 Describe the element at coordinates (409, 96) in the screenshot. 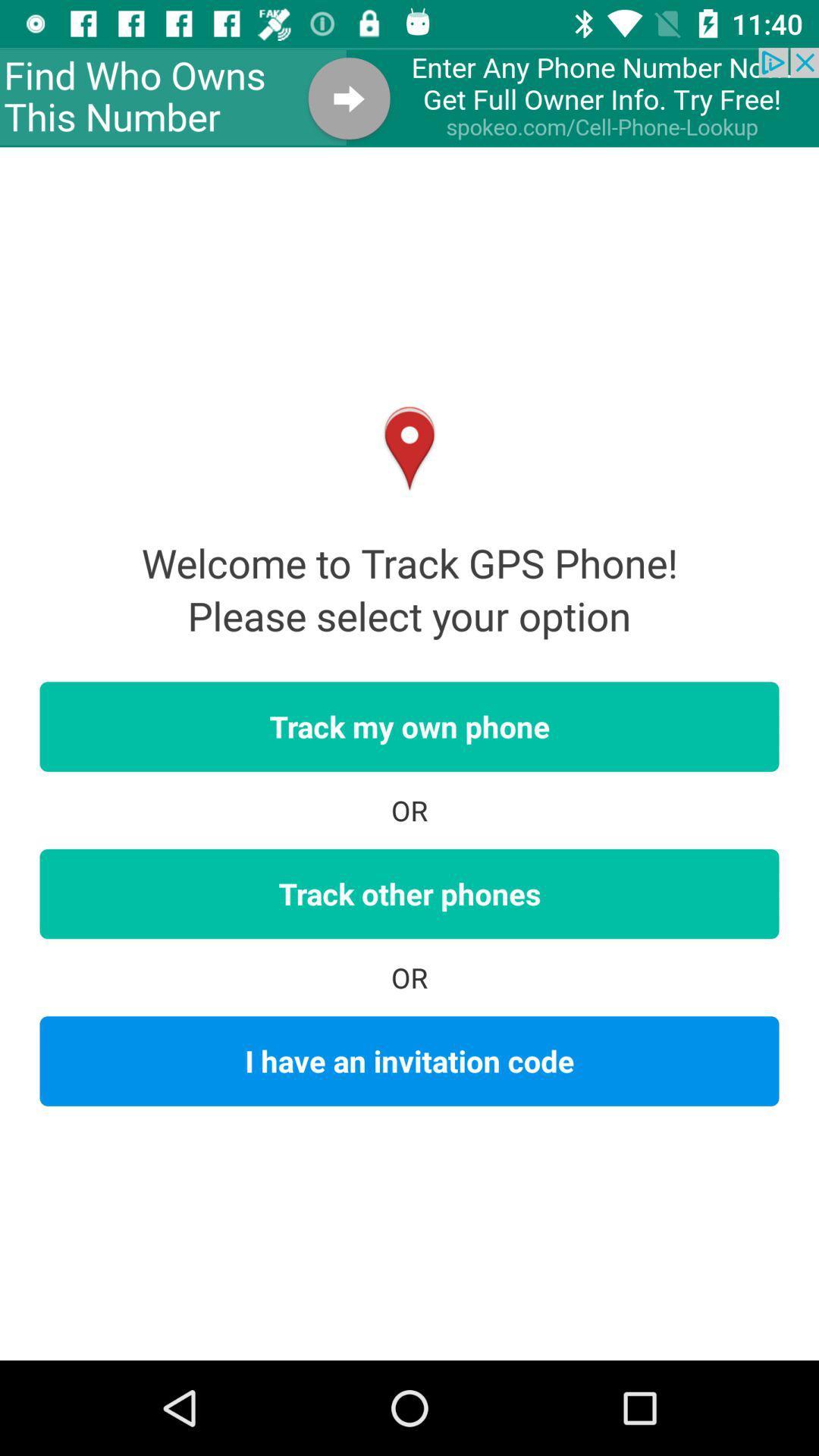

I see `advertisement` at that location.